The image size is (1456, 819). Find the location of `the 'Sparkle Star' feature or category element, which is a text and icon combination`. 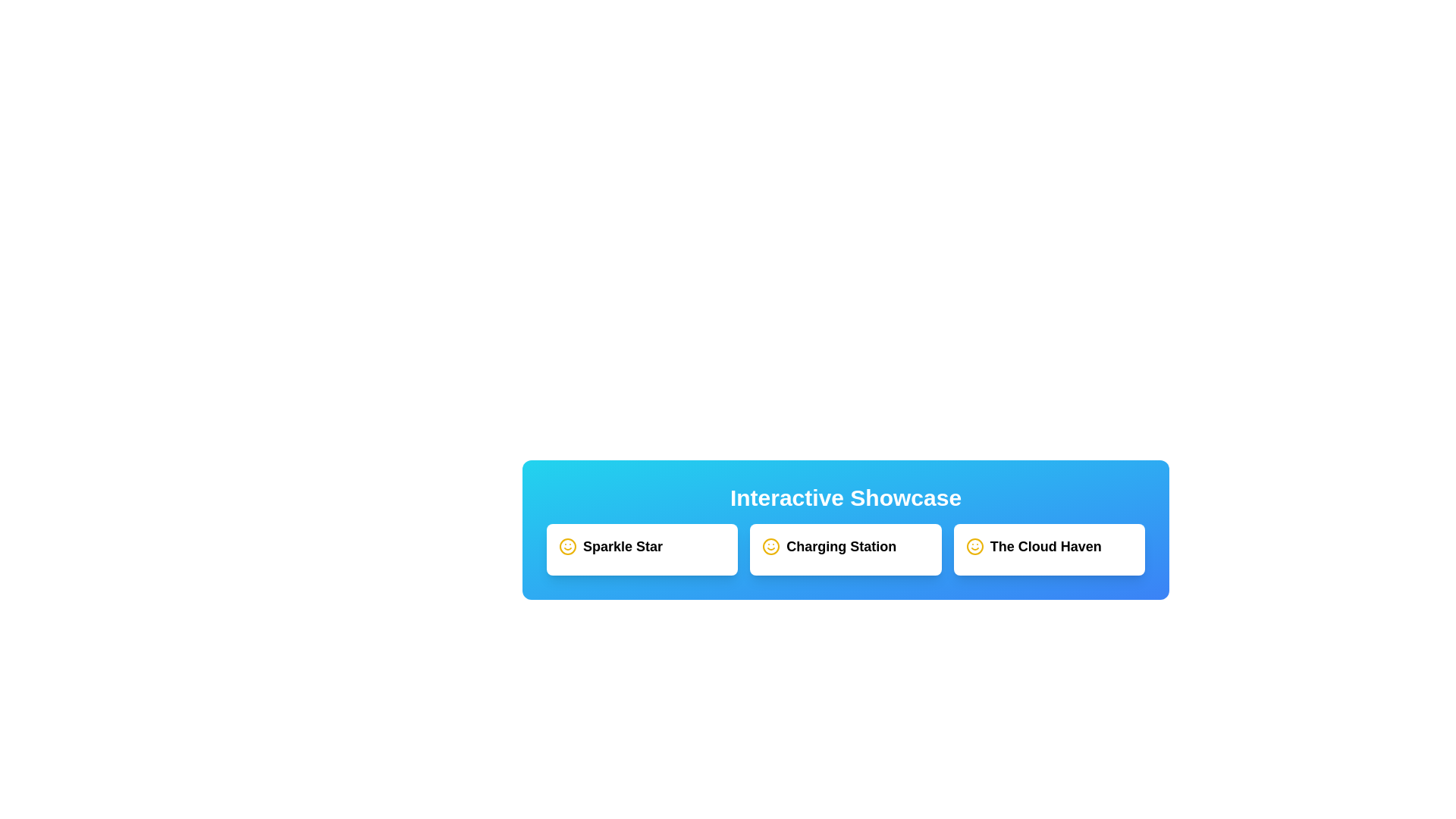

the 'Sparkle Star' feature or category element, which is a text and icon combination is located at coordinates (642, 547).